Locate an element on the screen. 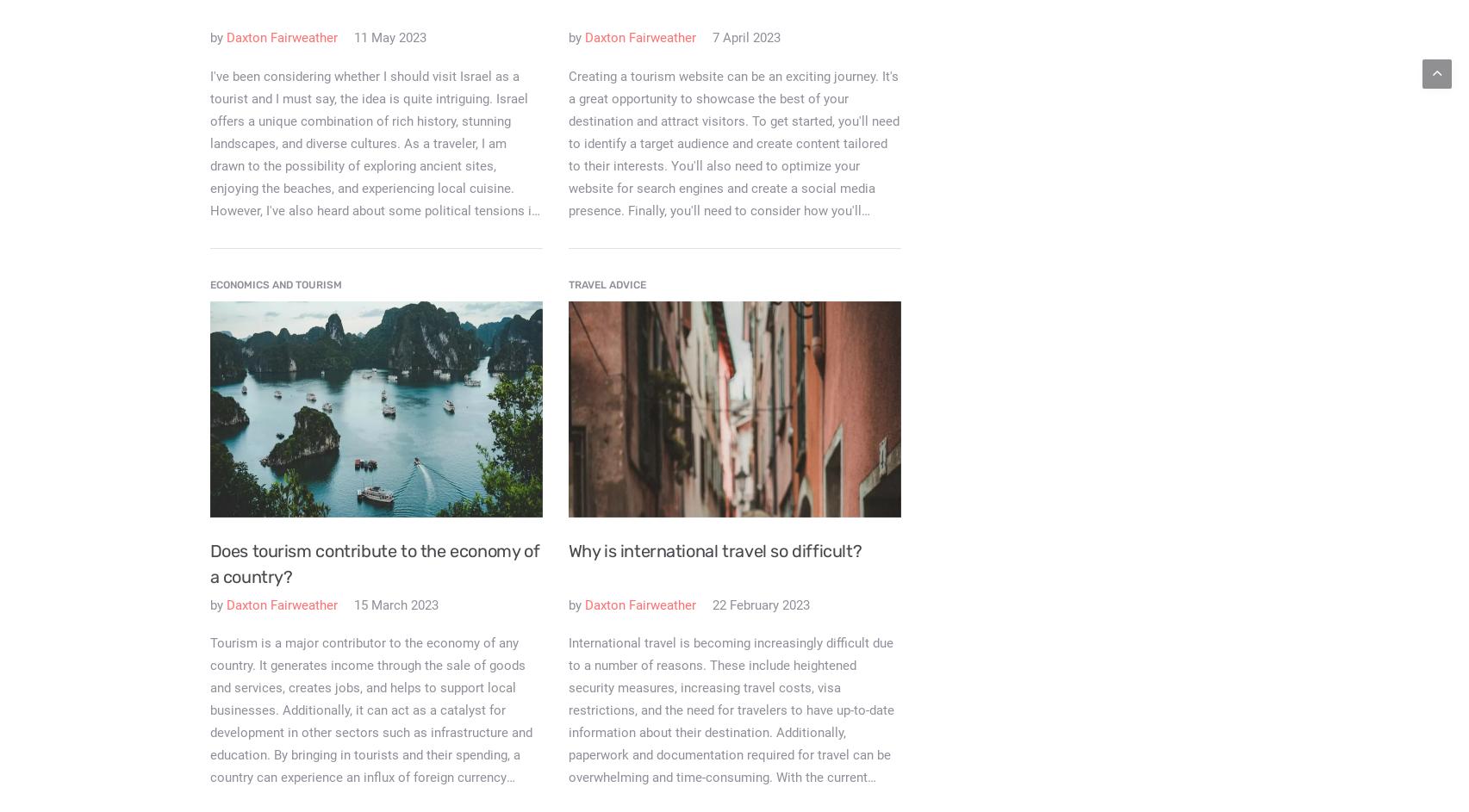 The height and width of the screenshot is (812, 1469). 'Economics and Tourism' is located at coordinates (274, 283).